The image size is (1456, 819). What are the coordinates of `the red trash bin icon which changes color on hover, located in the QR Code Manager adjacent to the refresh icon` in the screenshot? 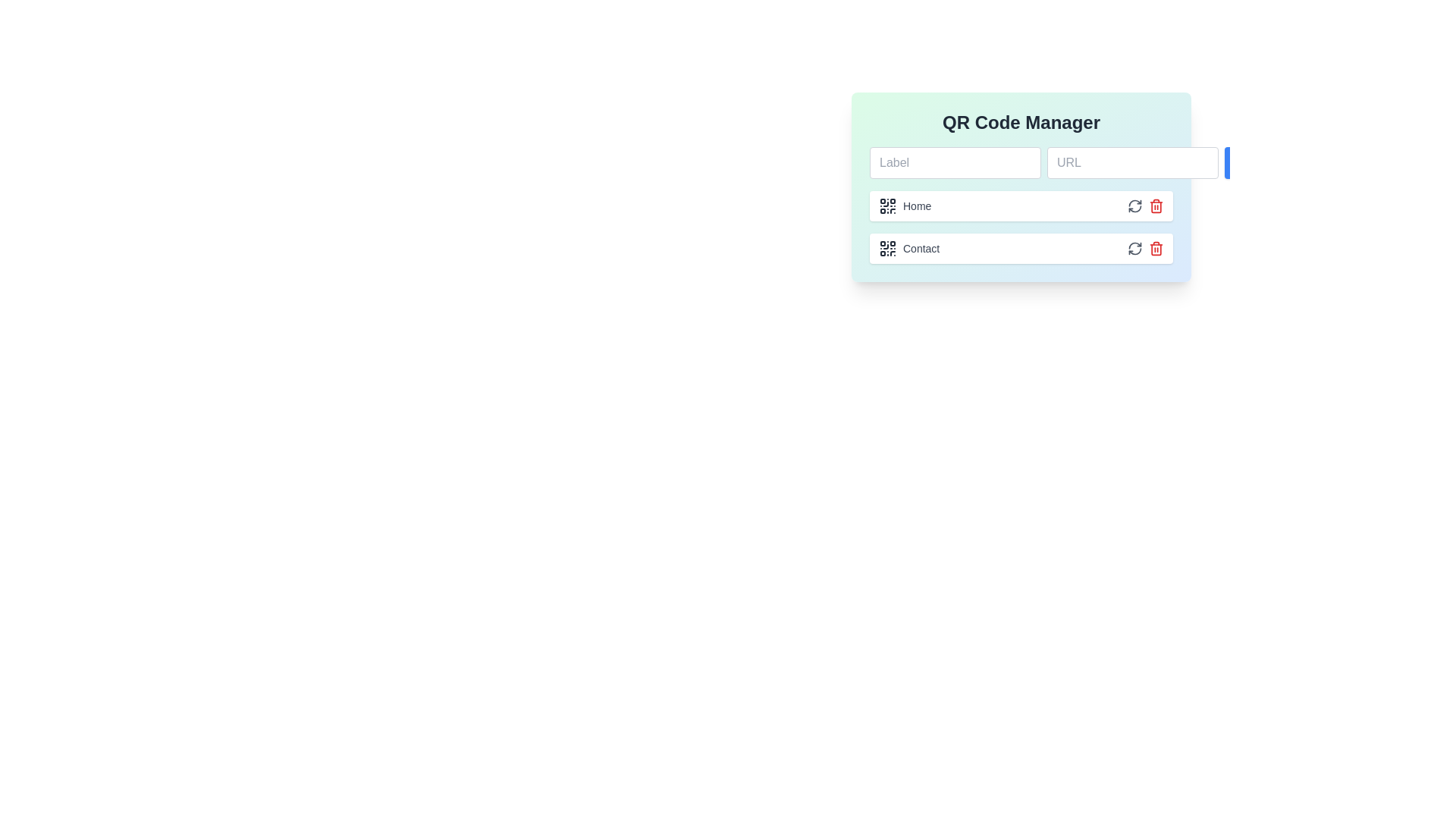 It's located at (1156, 206).